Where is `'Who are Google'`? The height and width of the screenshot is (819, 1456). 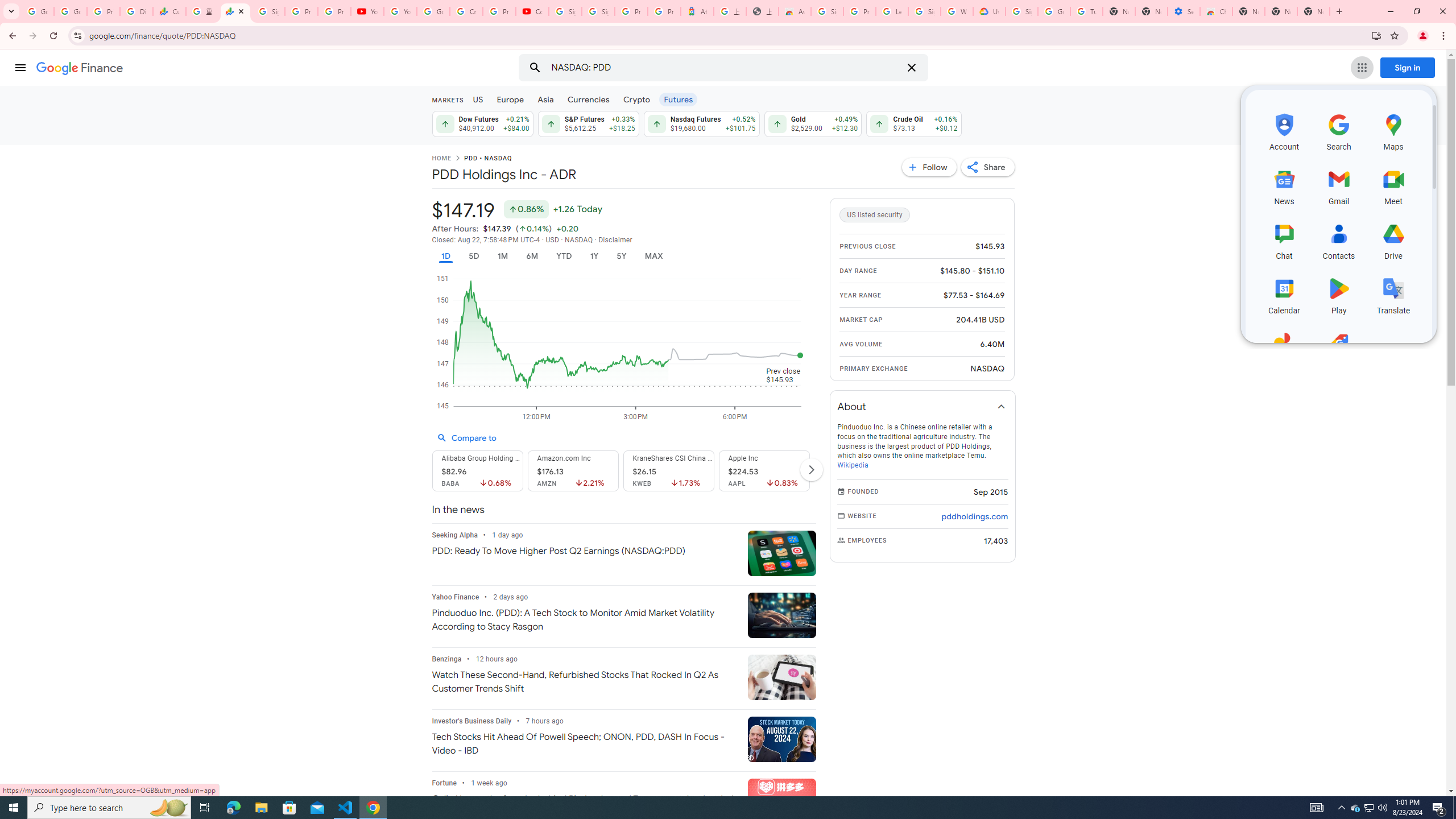 'Who are Google' is located at coordinates (957, 11).